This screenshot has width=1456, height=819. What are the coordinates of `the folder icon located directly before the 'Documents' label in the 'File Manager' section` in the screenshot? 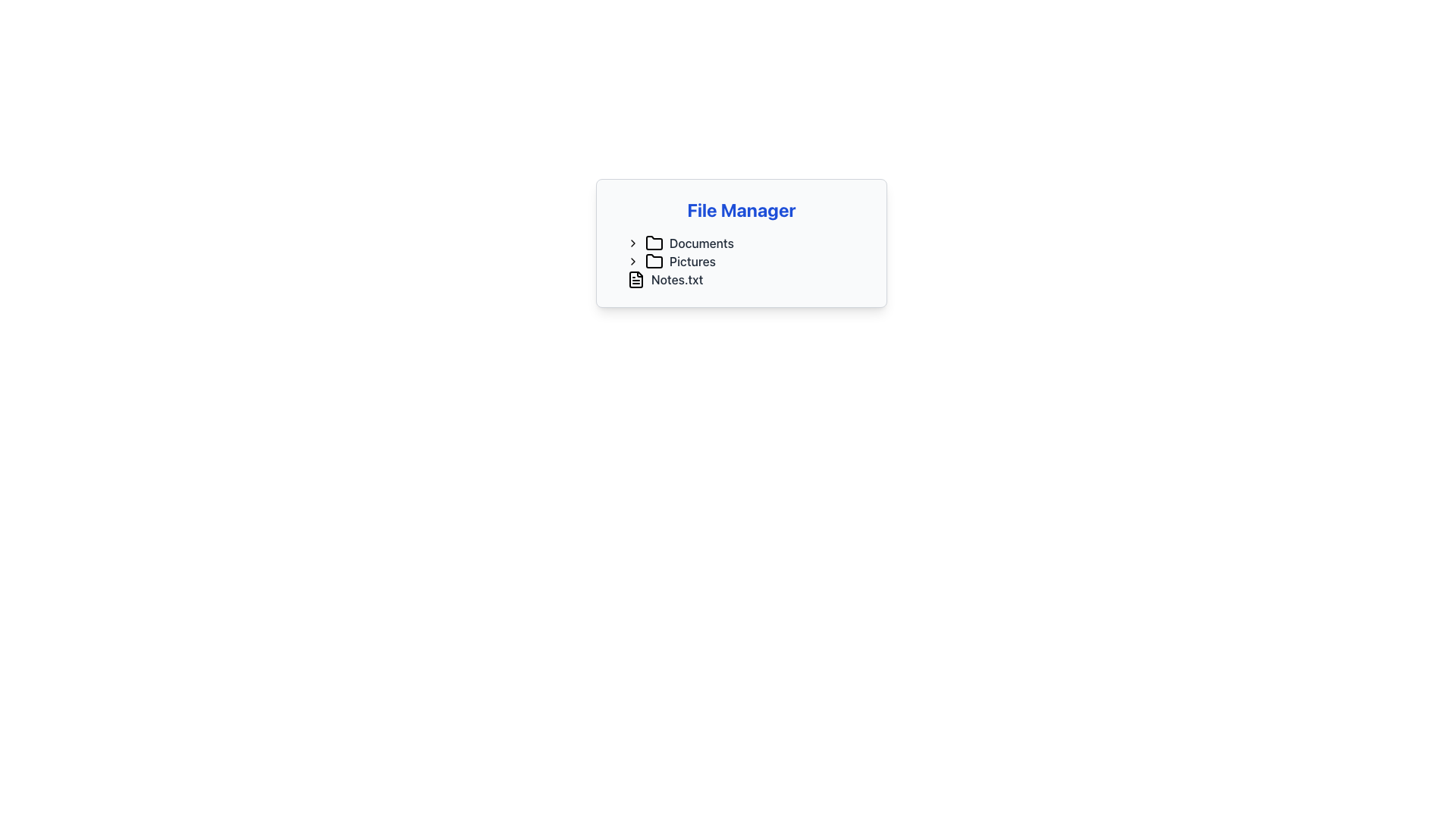 It's located at (654, 242).